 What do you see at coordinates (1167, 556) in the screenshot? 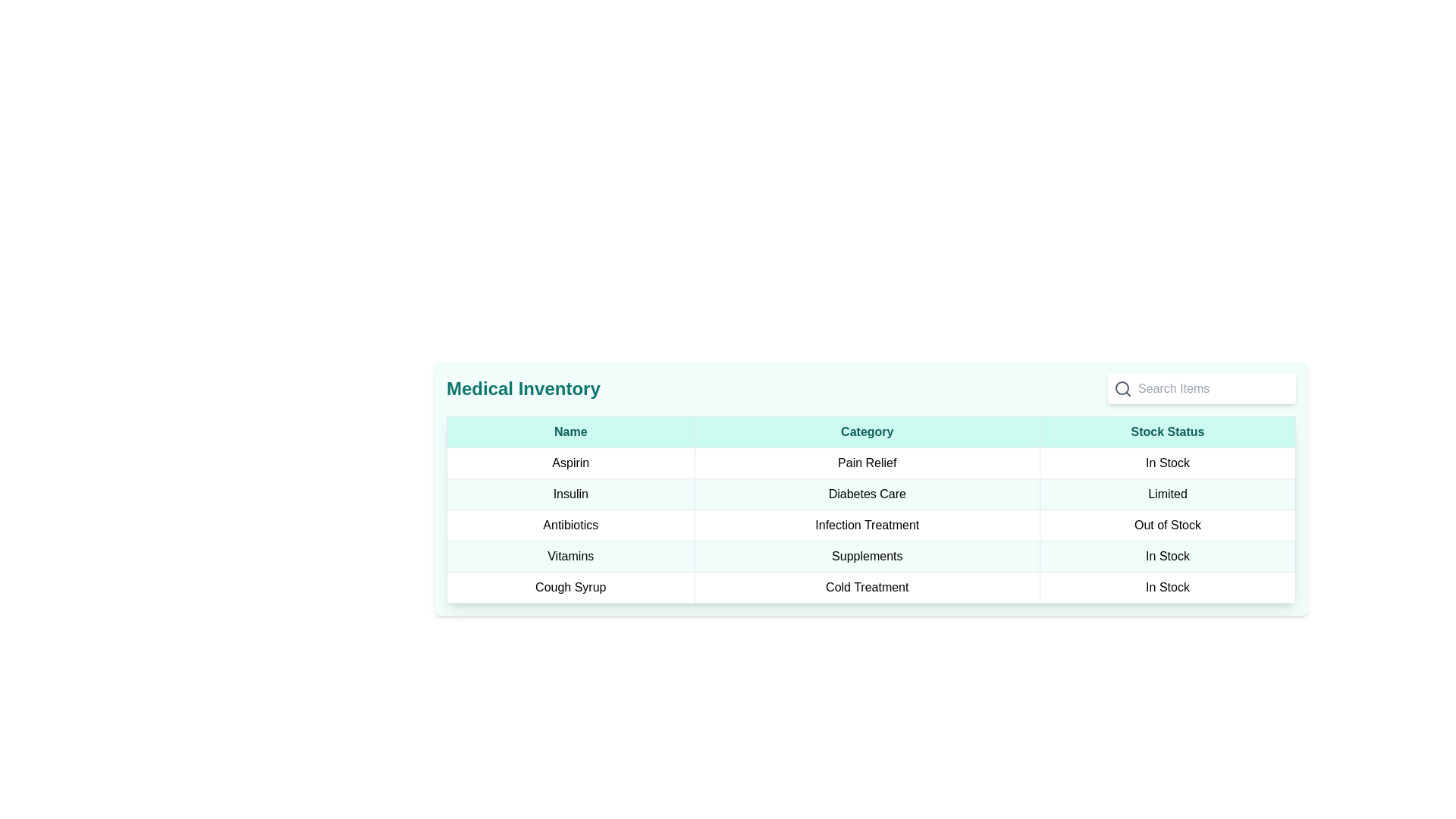
I see `the Text Label indicating stock availability for 'Vitamins' in the 'Stock Status' column of the table, which is the last cell of the row corresponding to 'Vitamins'` at bounding box center [1167, 556].